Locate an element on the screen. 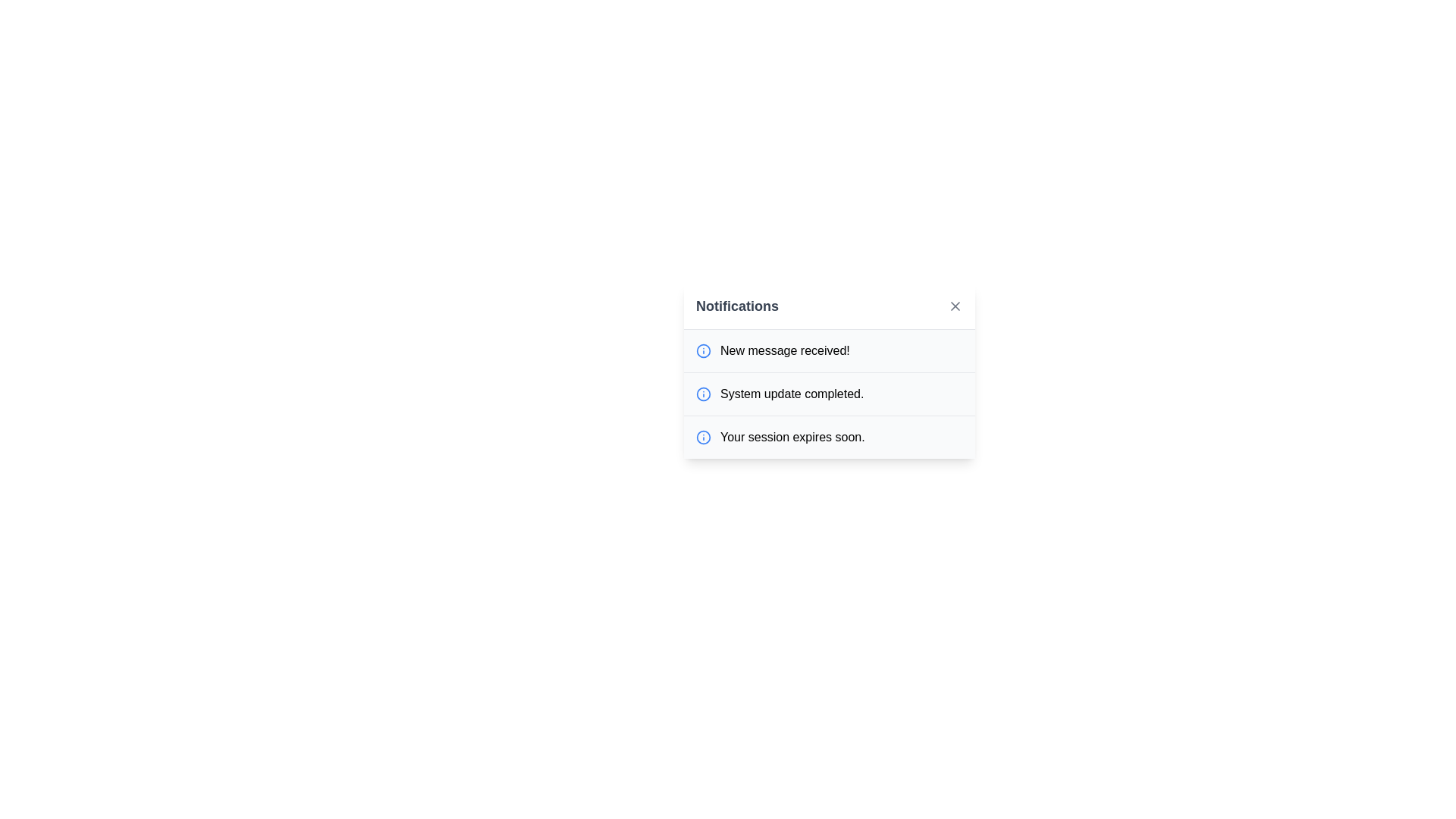 The image size is (1456, 819). the circular decorative graphic element, which is located at the center of the info icon in the top notification row of the notification panel is located at coordinates (702, 393).